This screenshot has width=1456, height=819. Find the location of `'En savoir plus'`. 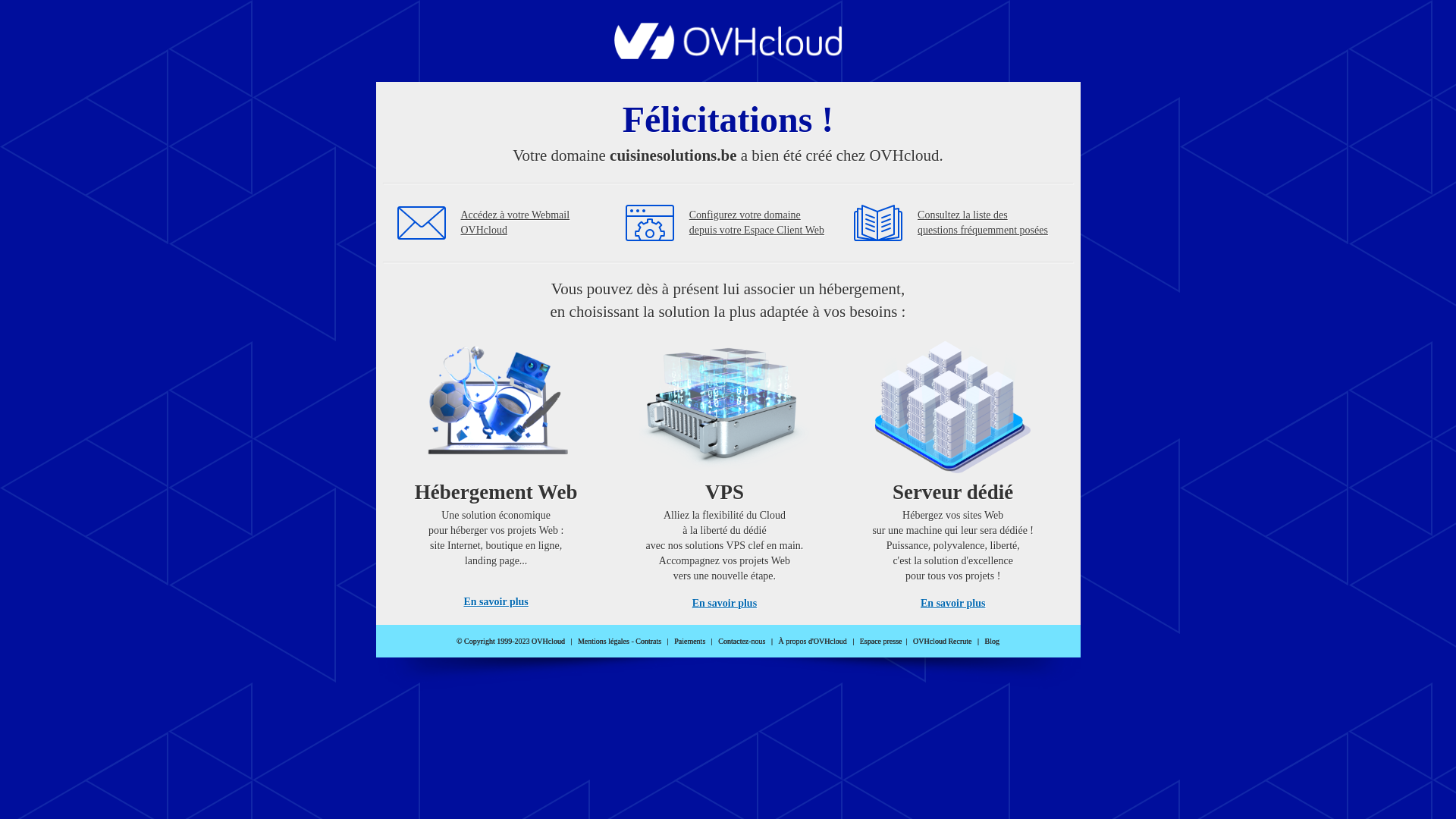

'En savoir plus' is located at coordinates (495, 601).